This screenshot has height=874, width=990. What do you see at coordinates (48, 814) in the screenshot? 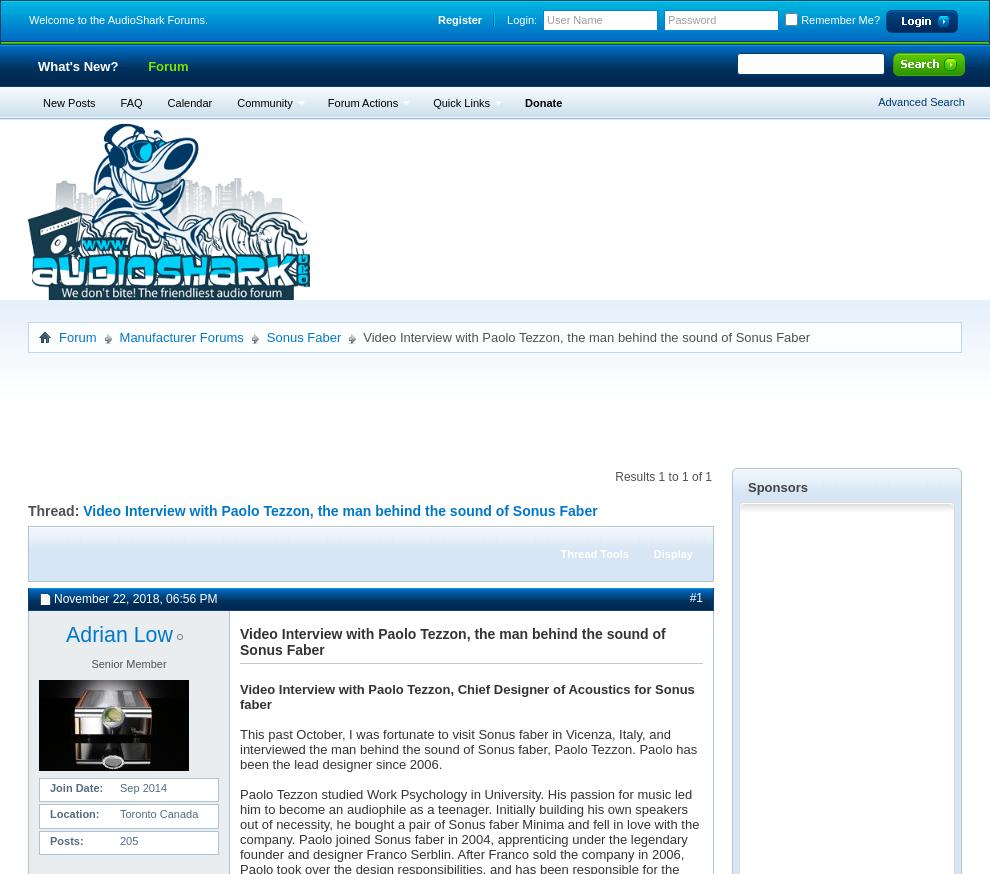
I see `'Location'` at bounding box center [48, 814].